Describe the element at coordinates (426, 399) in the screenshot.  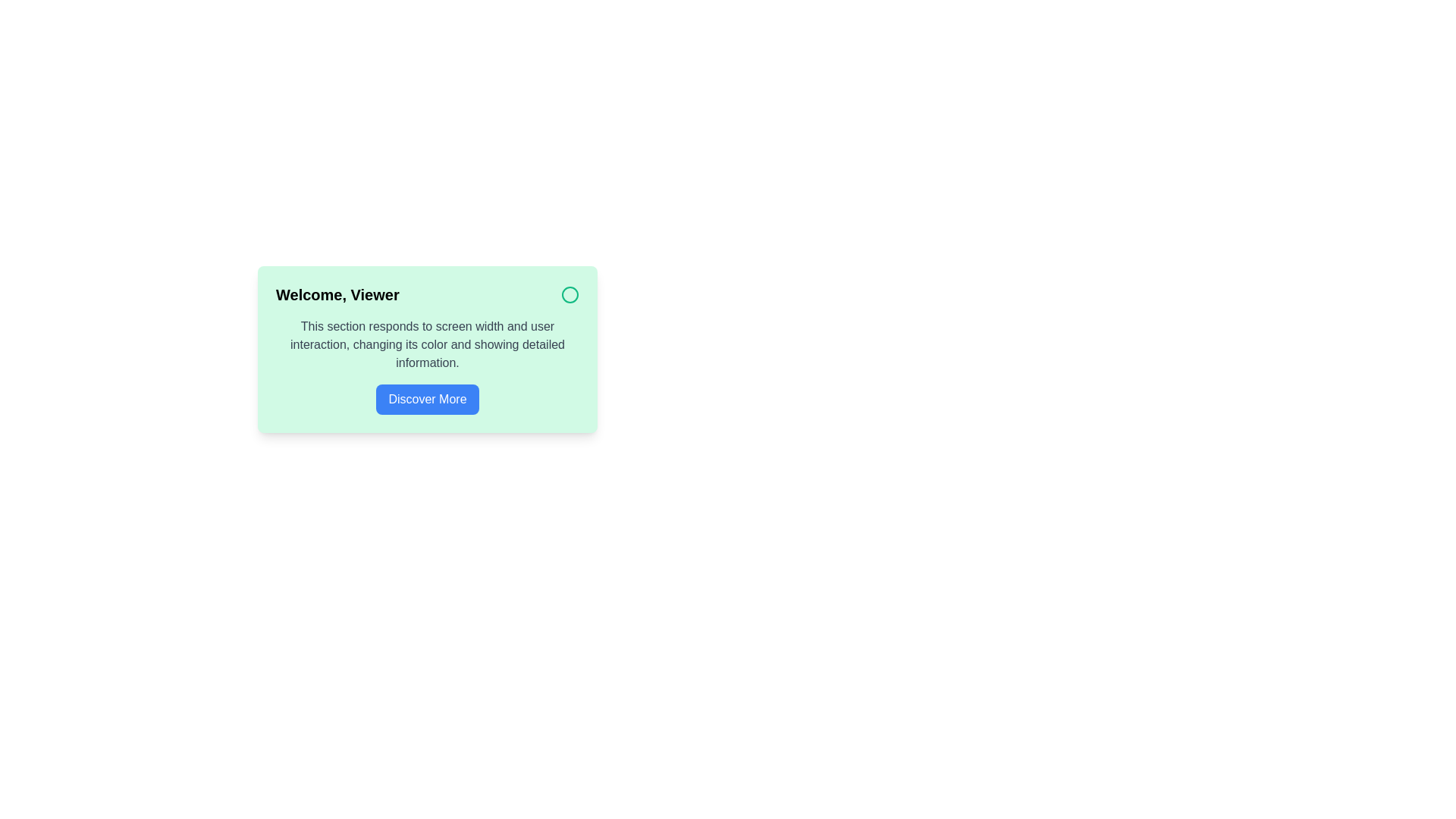
I see `the rectangular blue button with rounded corners labeled 'Discover More'` at that location.